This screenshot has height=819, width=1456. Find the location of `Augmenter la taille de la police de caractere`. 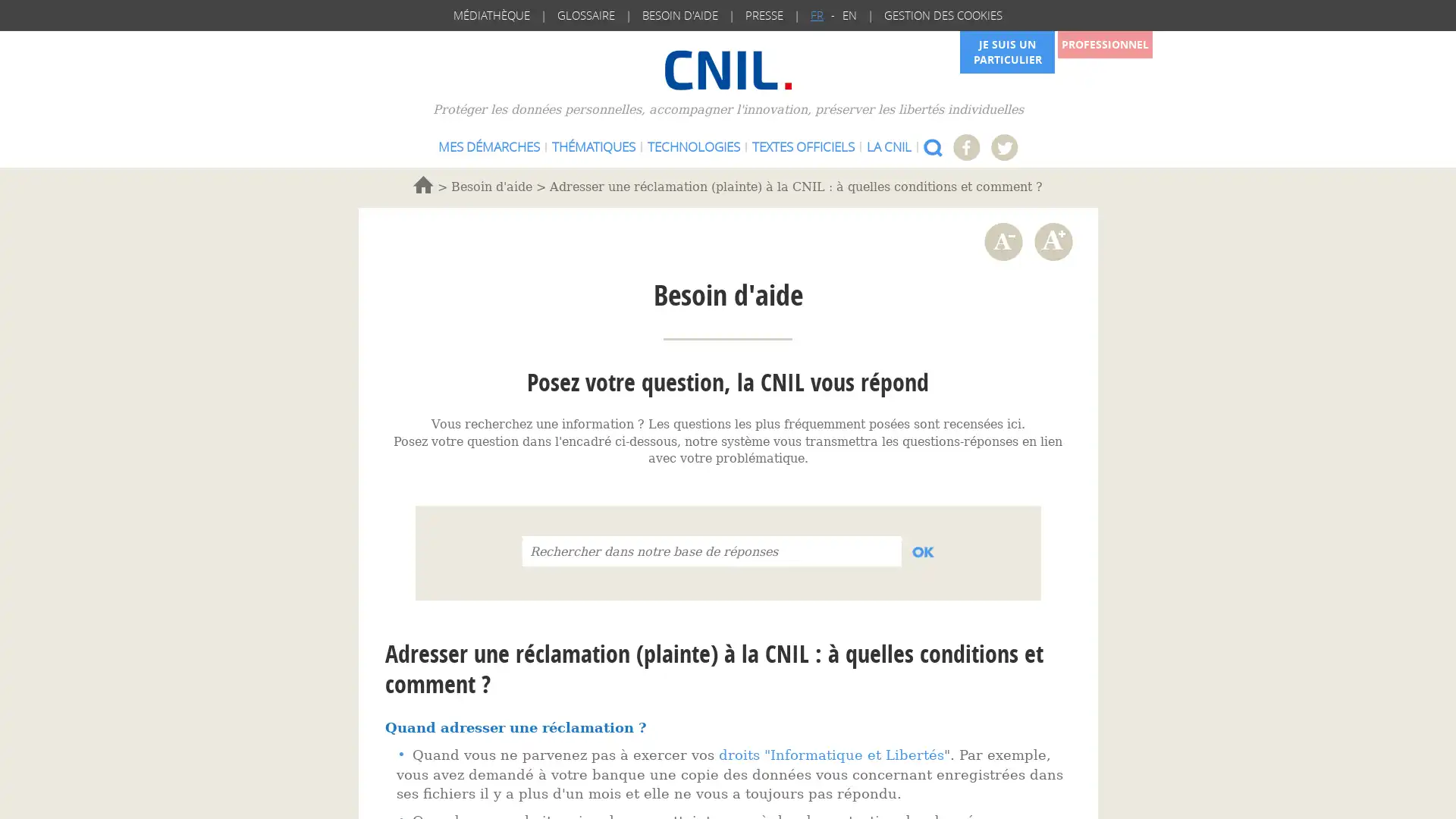

Augmenter la taille de la police de caractere is located at coordinates (1052, 240).